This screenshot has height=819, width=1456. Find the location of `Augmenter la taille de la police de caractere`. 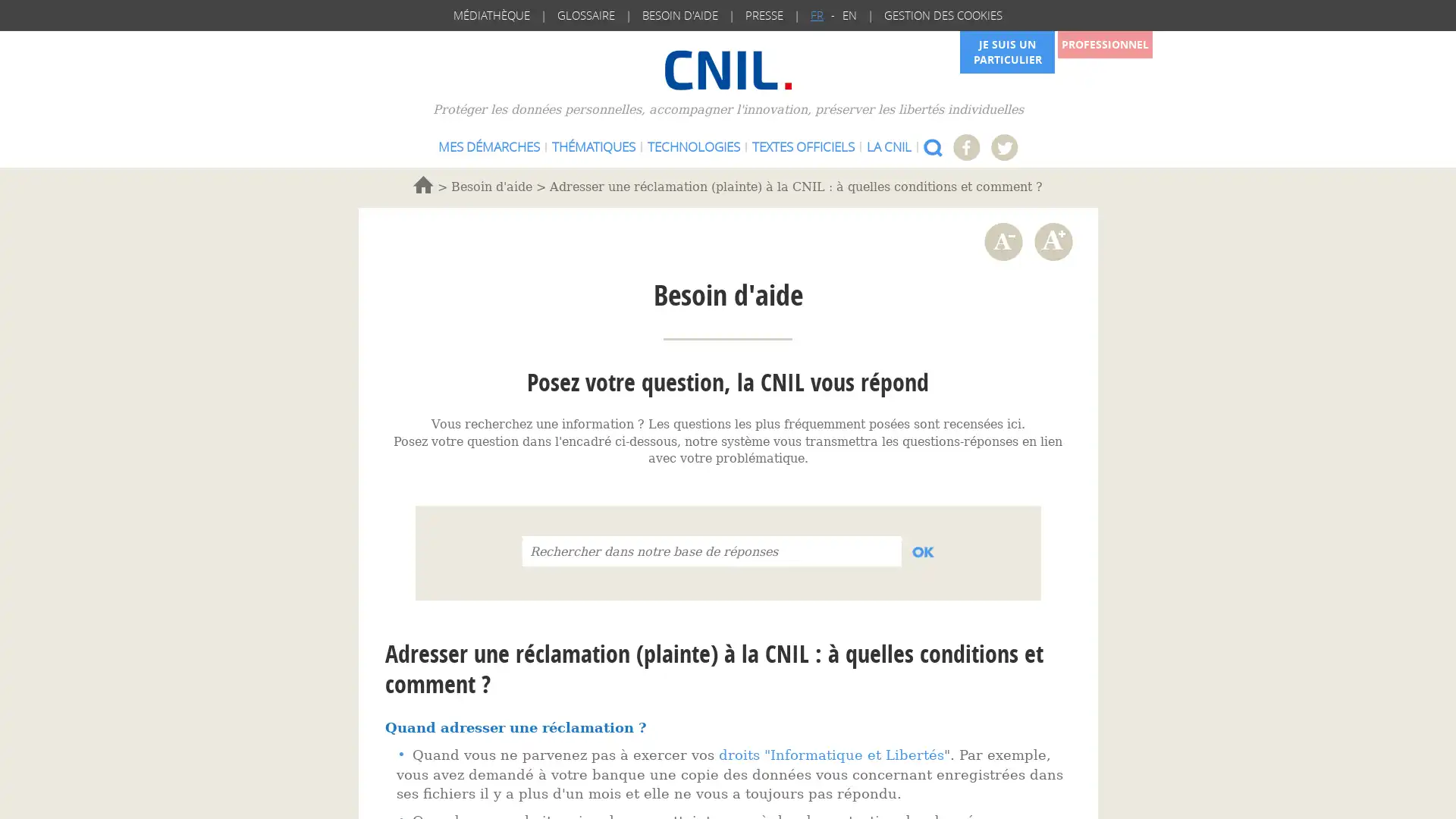

Augmenter la taille de la police de caractere is located at coordinates (1052, 240).